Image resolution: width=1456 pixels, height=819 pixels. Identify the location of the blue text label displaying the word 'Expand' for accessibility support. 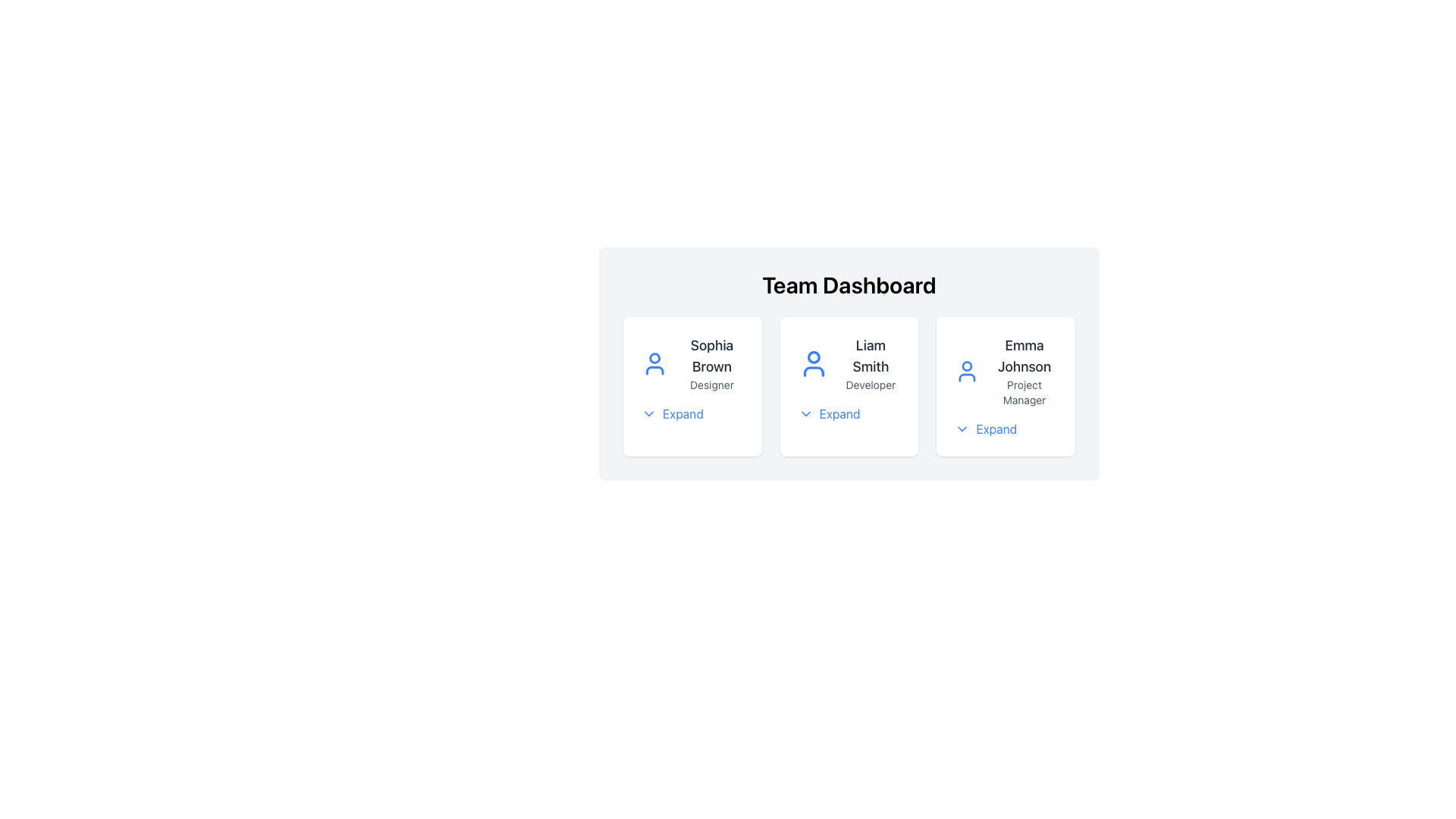
(996, 429).